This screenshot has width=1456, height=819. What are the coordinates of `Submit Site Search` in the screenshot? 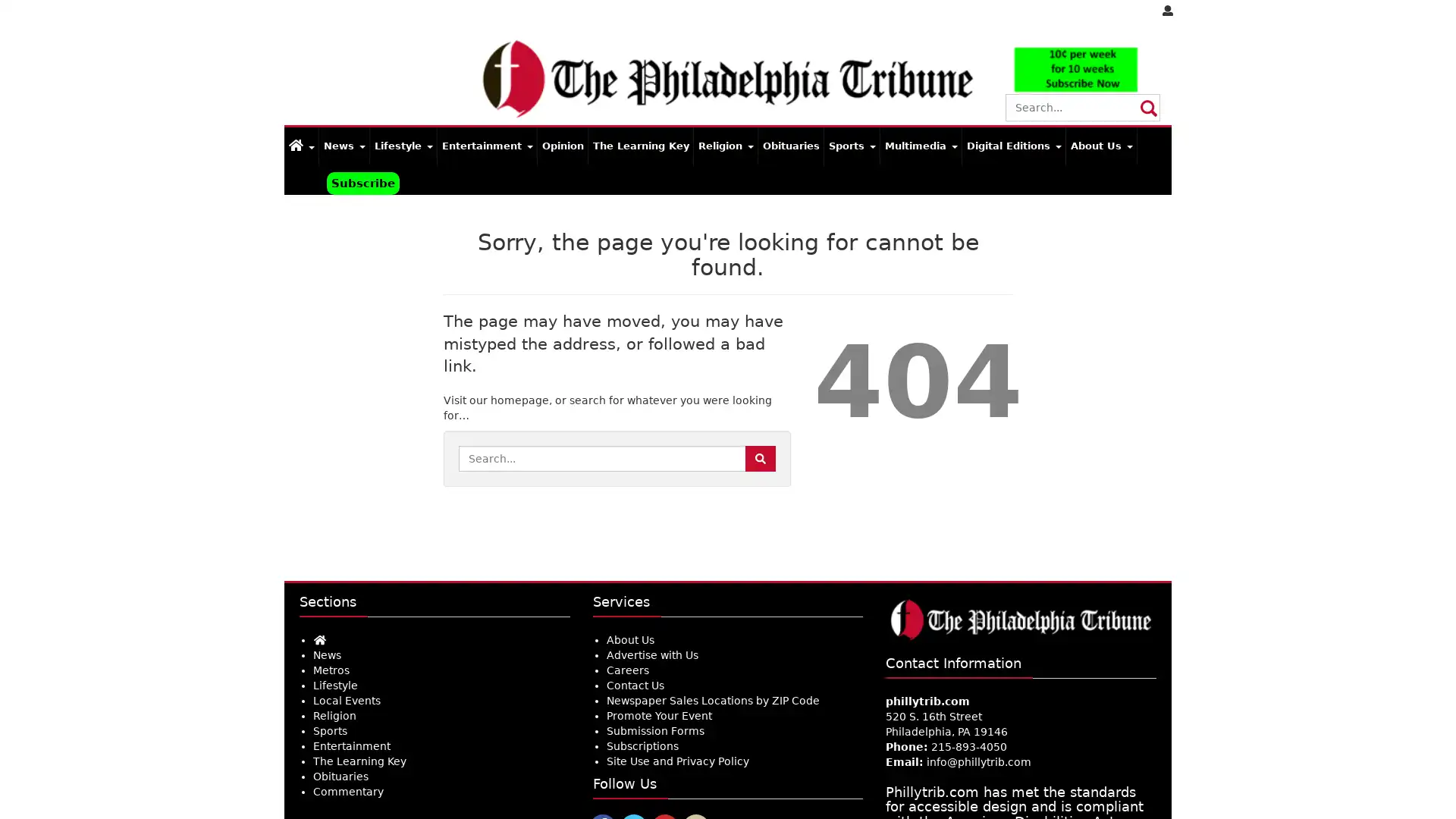 It's located at (1147, 106).